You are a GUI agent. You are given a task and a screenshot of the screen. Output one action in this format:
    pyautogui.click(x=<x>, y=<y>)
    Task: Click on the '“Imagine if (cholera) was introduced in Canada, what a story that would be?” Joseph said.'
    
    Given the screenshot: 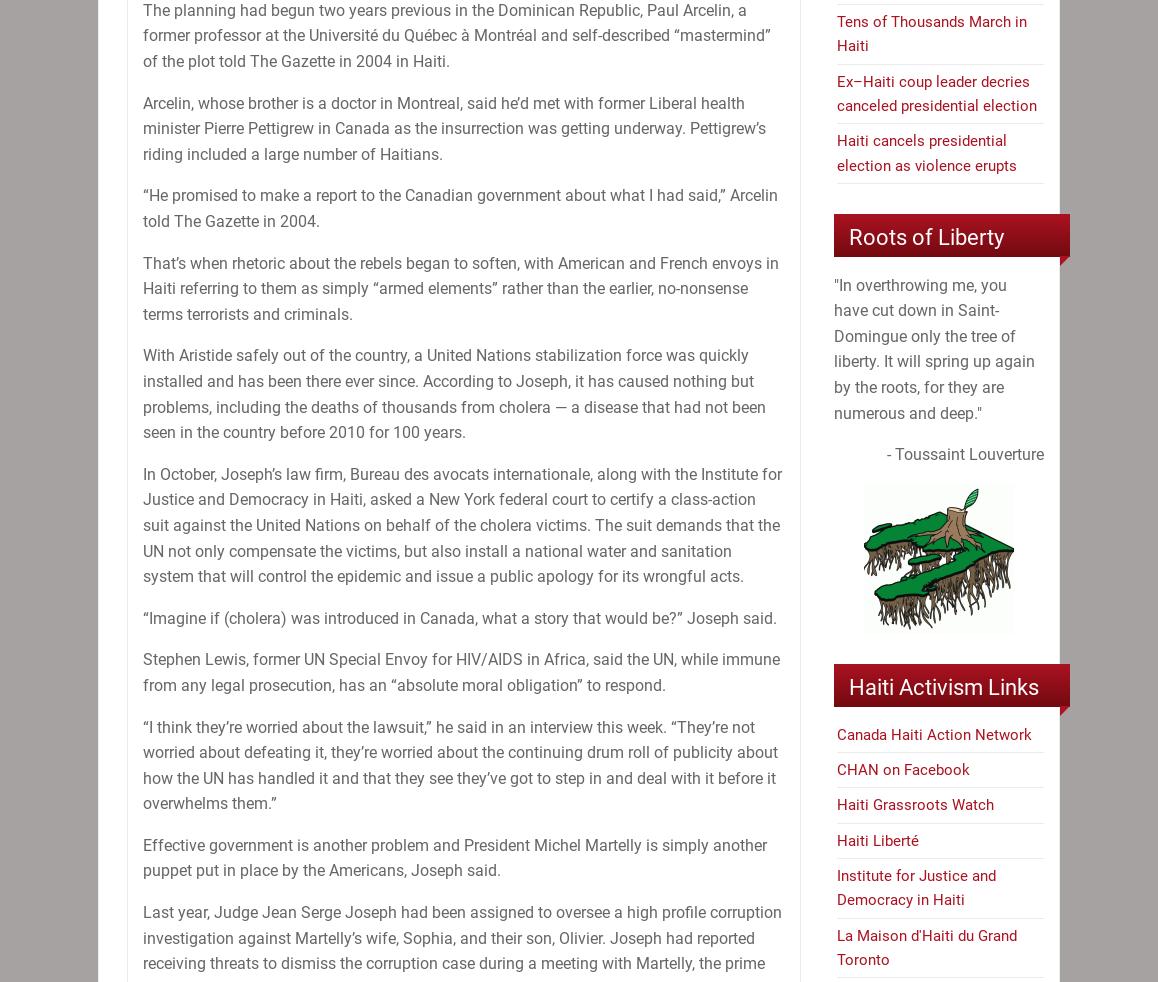 What is the action you would take?
    pyautogui.click(x=459, y=616)
    